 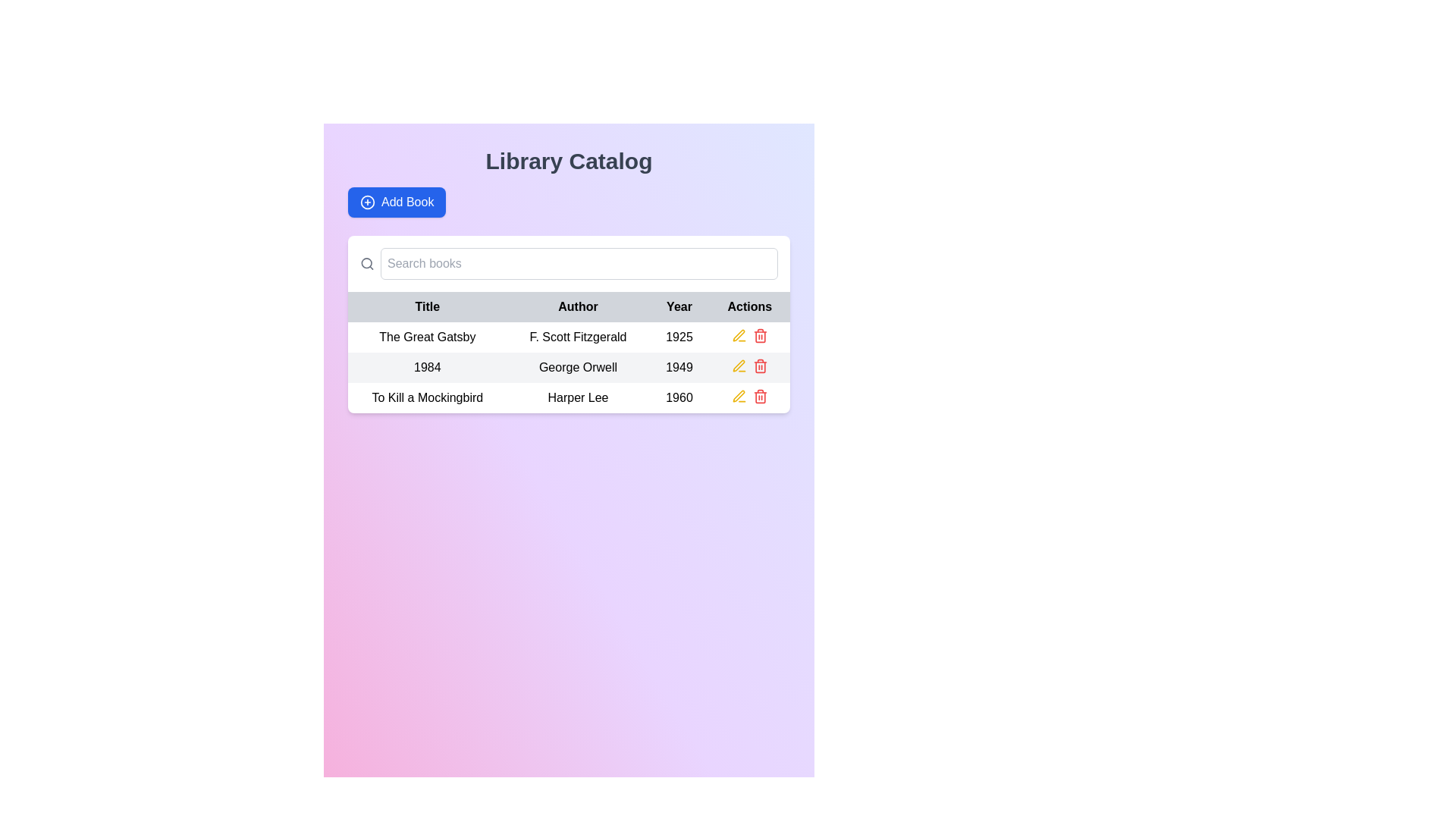 What do you see at coordinates (739, 334) in the screenshot?
I see `the stylized yellowish-gold pen icon located in the 'Actions' column, adjacent to the '1984' title` at bounding box center [739, 334].